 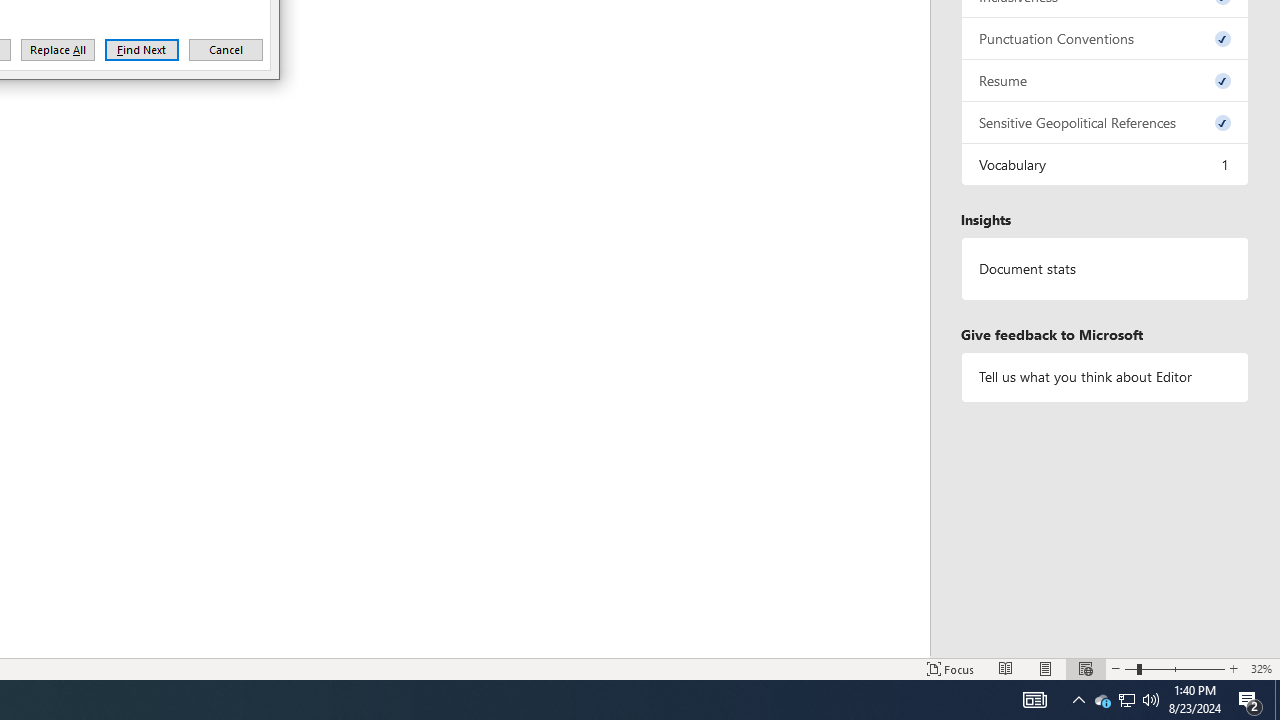 I want to click on 'User Promoted Notification Area', so click(x=1101, y=698).